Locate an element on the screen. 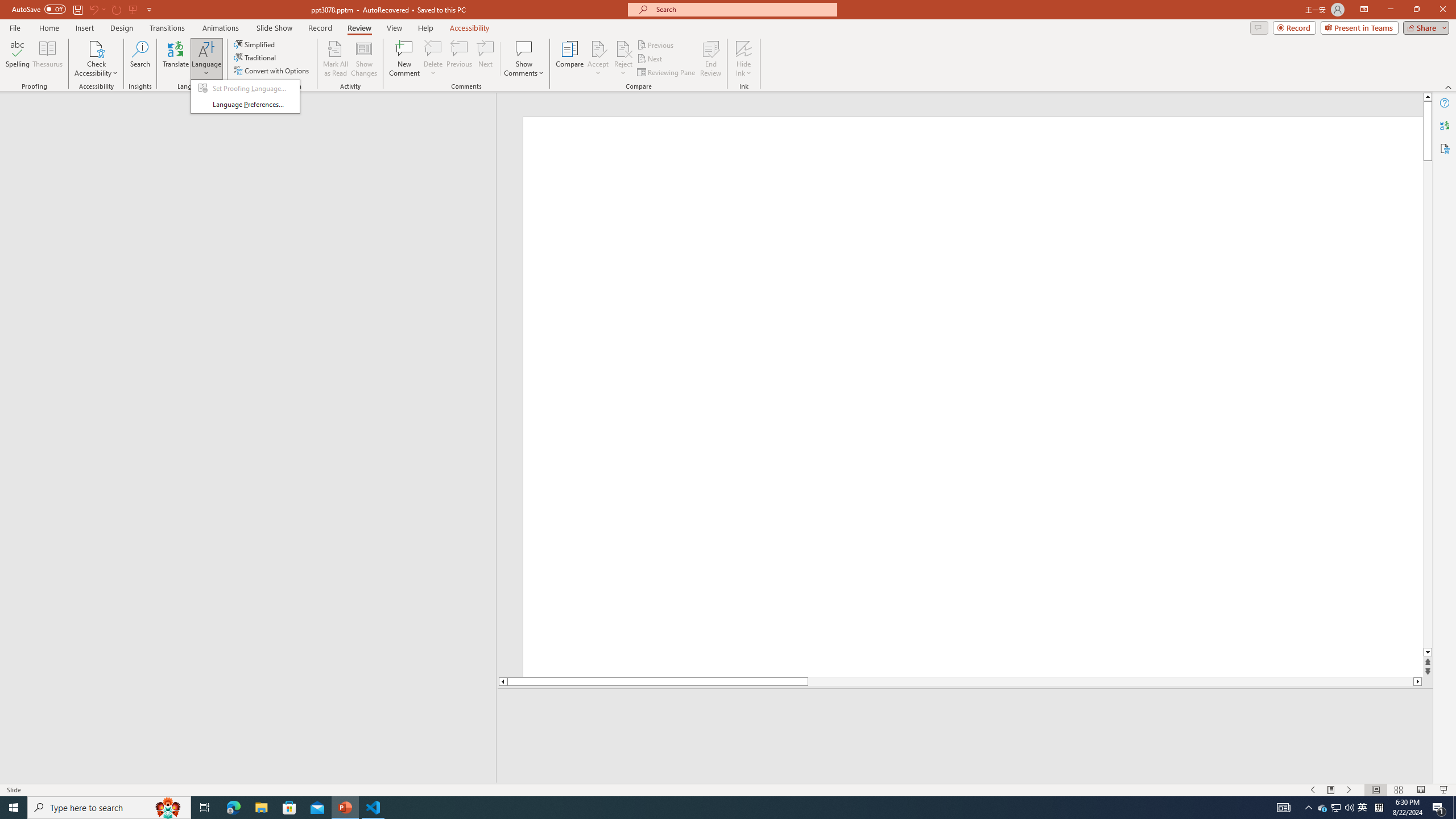 The height and width of the screenshot is (819, 1456). 'Compare' is located at coordinates (570, 59).